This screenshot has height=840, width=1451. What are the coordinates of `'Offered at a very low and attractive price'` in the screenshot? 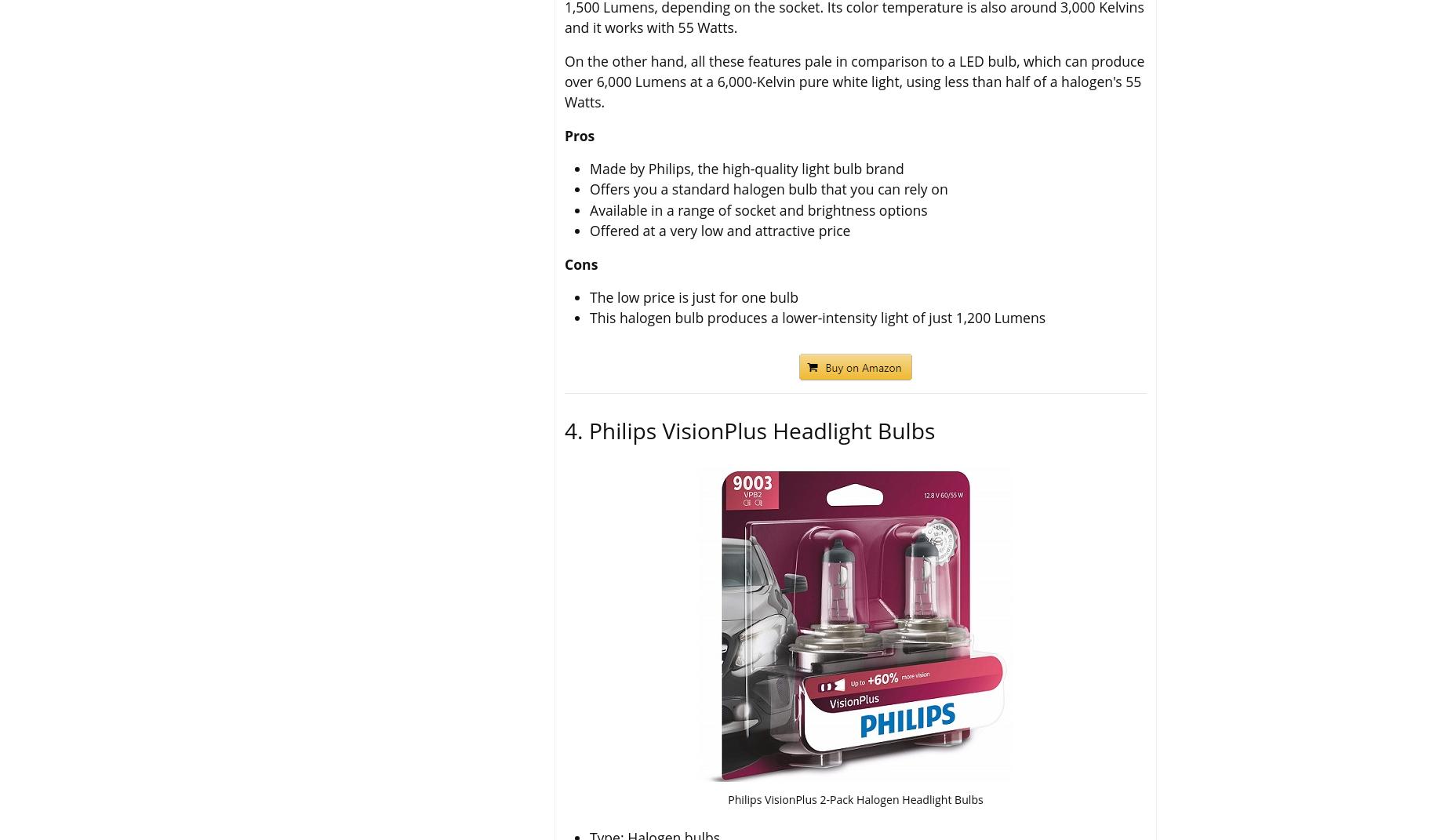 It's located at (590, 230).